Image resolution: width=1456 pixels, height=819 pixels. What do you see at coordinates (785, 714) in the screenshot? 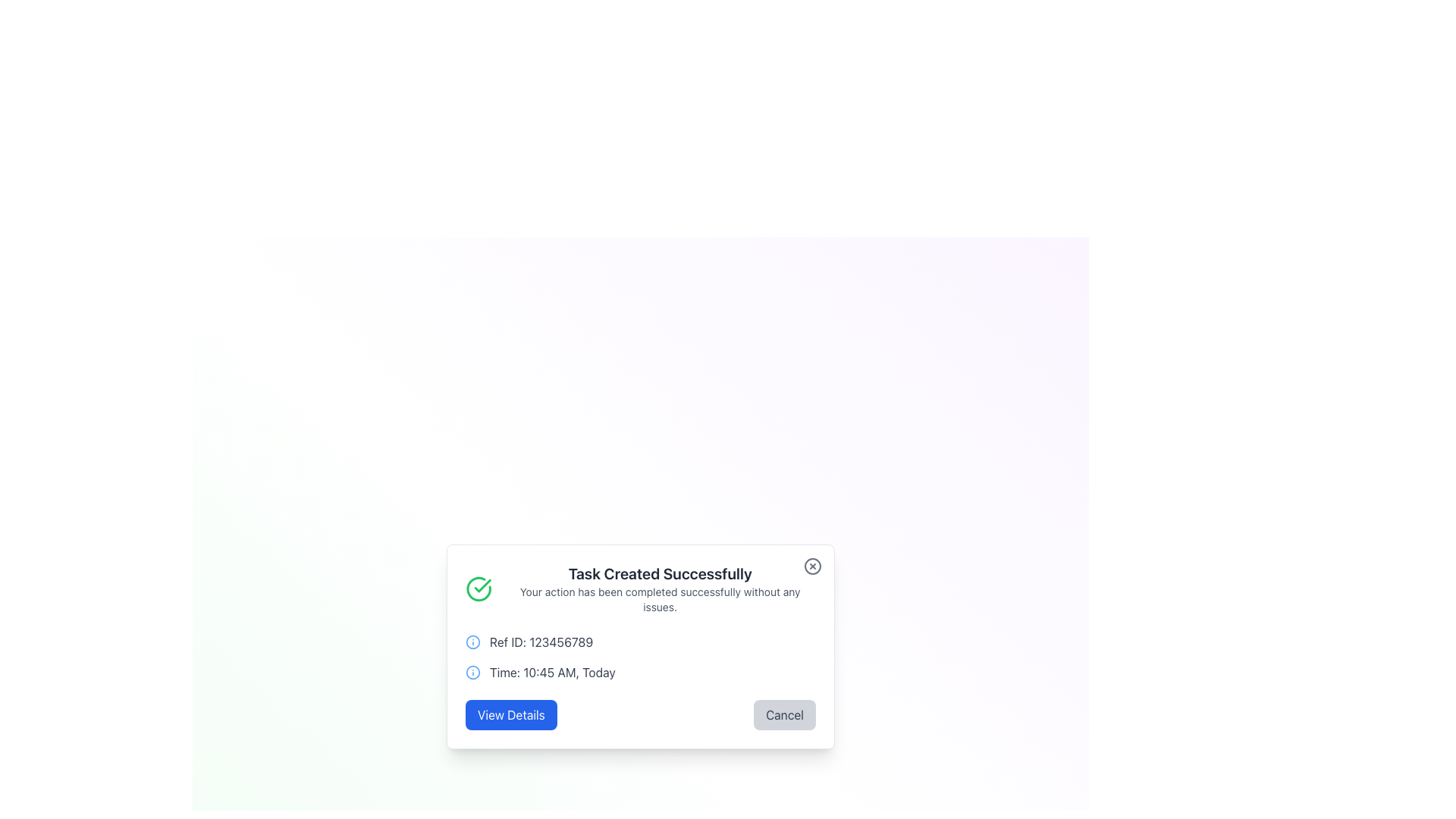
I see `the cancel button located at the bottom-right corner of the semi-transparent dialog box, positioned directly to the right of the 'View Details' button` at bounding box center [785, 714].